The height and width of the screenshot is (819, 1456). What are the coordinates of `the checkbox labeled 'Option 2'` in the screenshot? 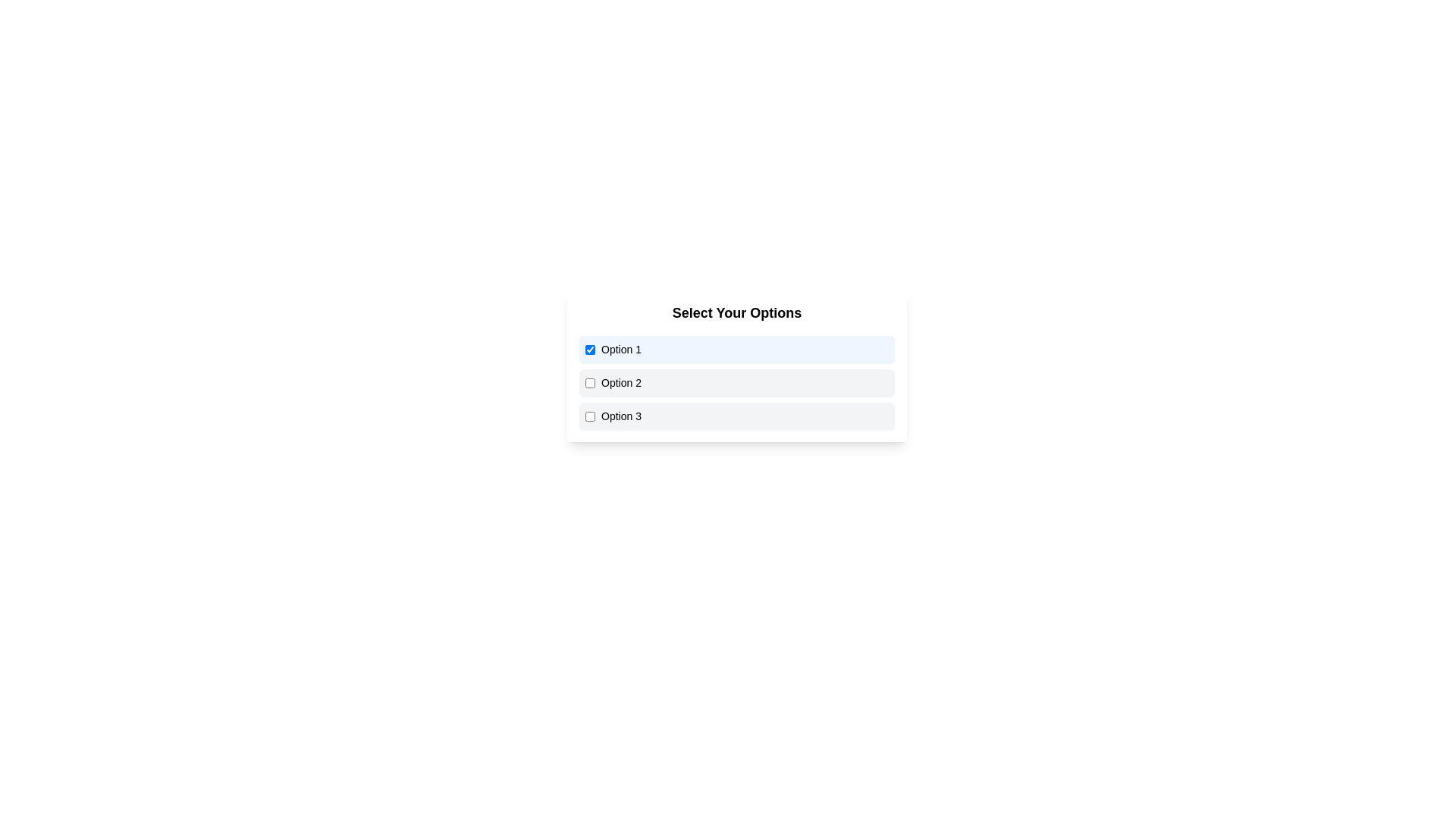 It's located at (589, 382).